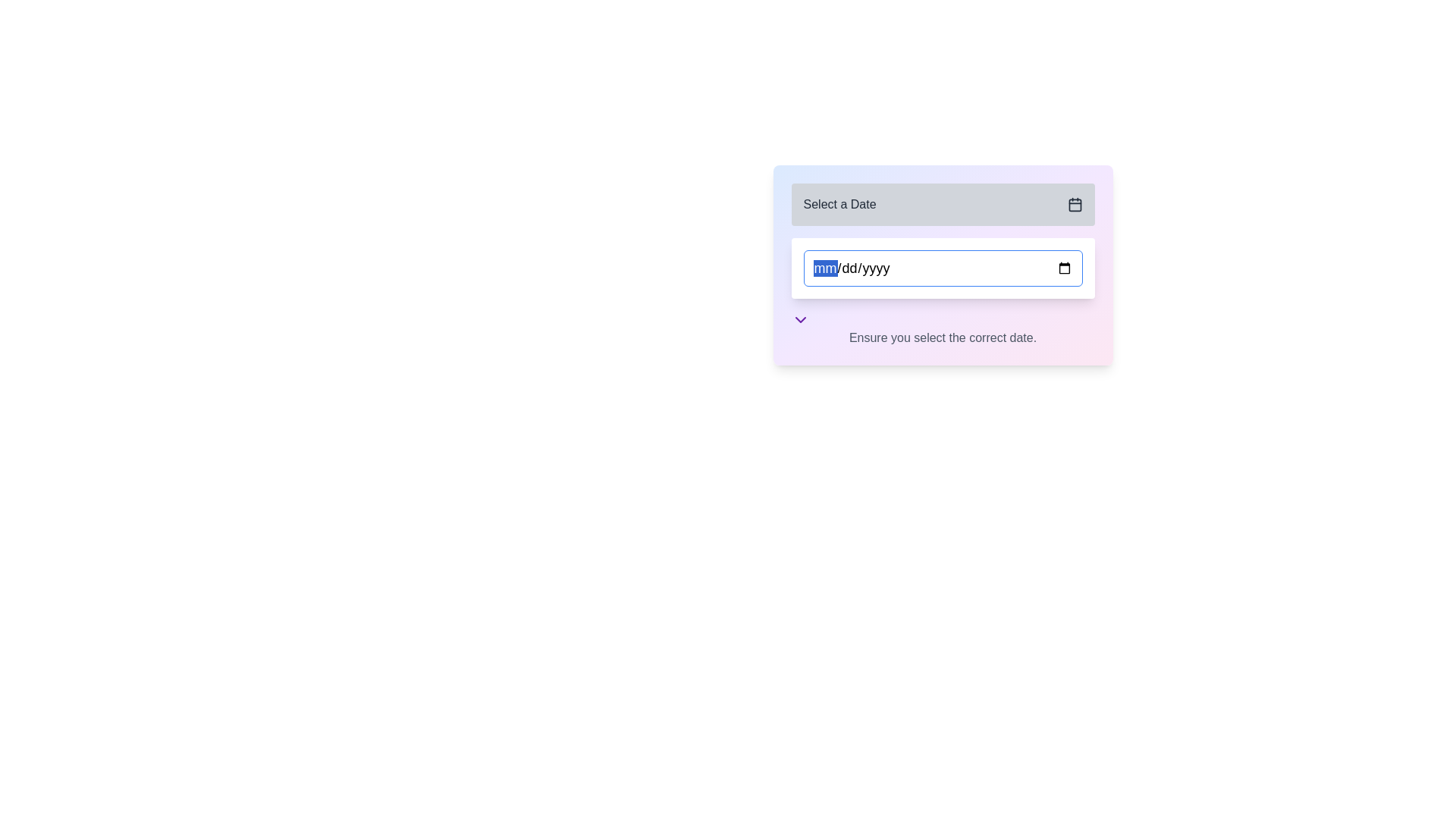 This screenshot has height=819, width=1456. I want to click on the chevron icon that expands the dropdown menu for the date input functionality, located to the left of the textual note and below the input field, so click(799, 318).